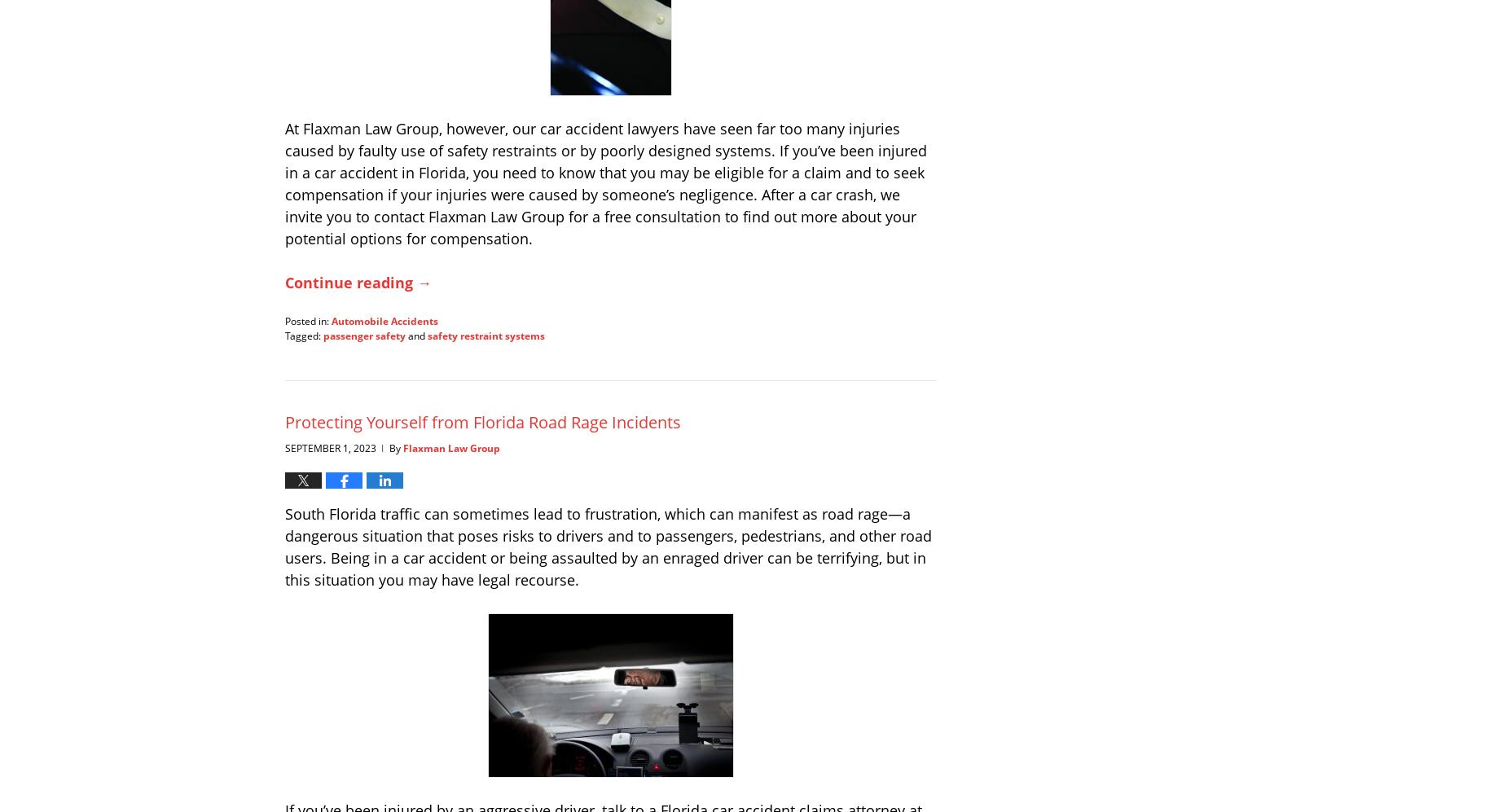 This screenshot has height=812, width=1507. I want to click on 'September 1, 2023', so click(330, 447).